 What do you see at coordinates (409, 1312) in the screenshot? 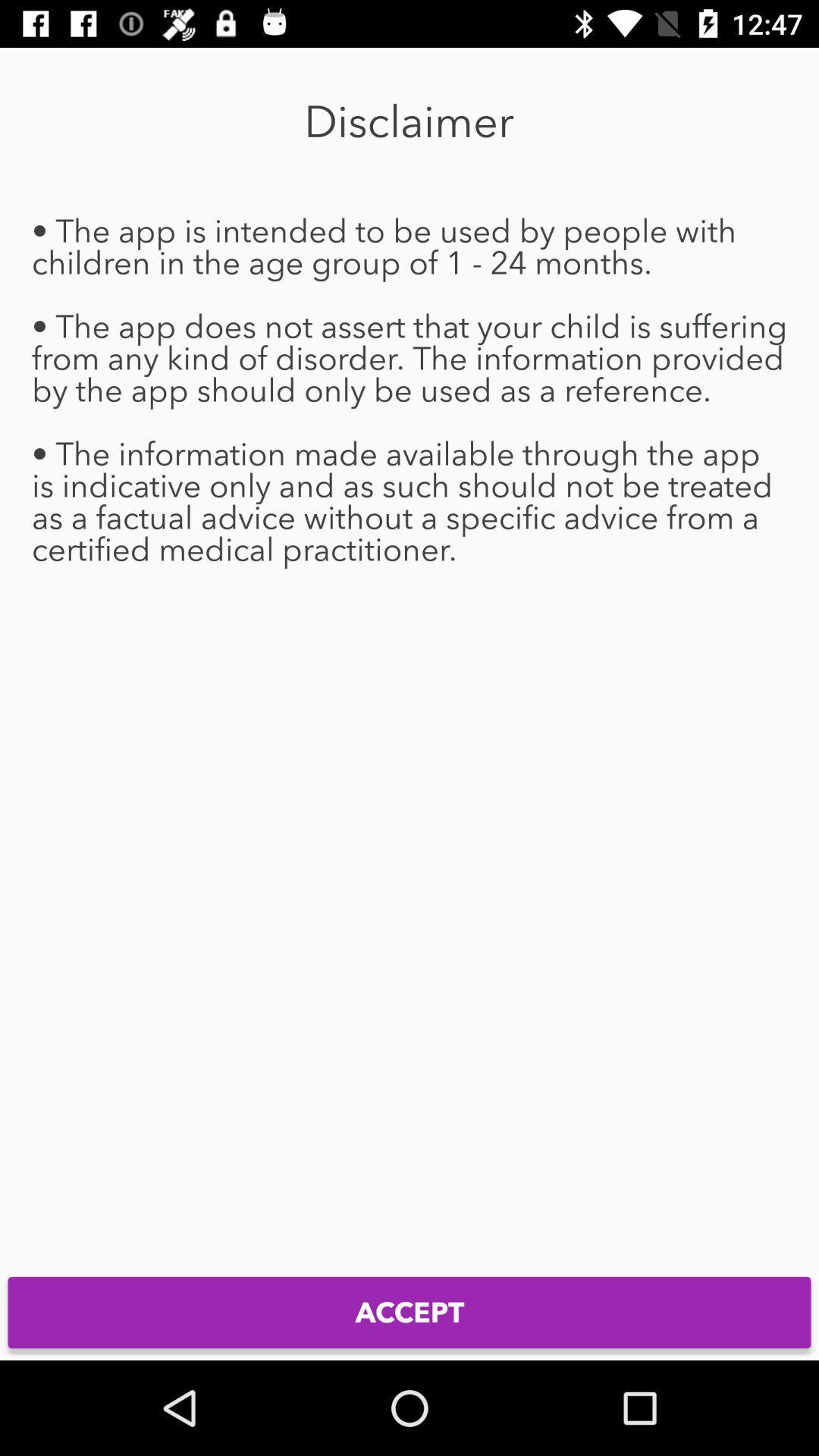
I see `the accept icon` at bounding box center [409, 1312].